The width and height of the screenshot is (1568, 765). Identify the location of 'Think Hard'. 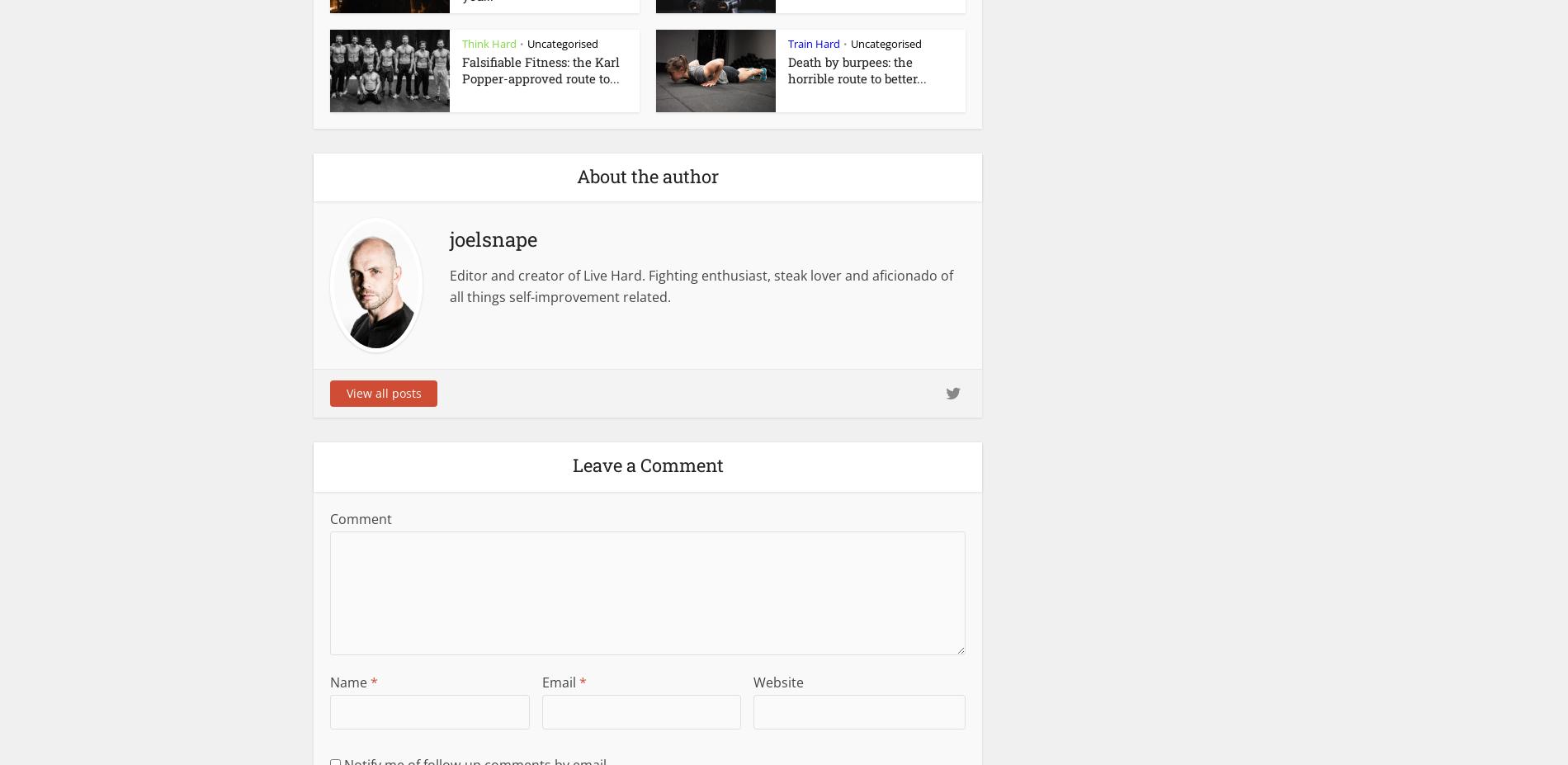
(489, 43).